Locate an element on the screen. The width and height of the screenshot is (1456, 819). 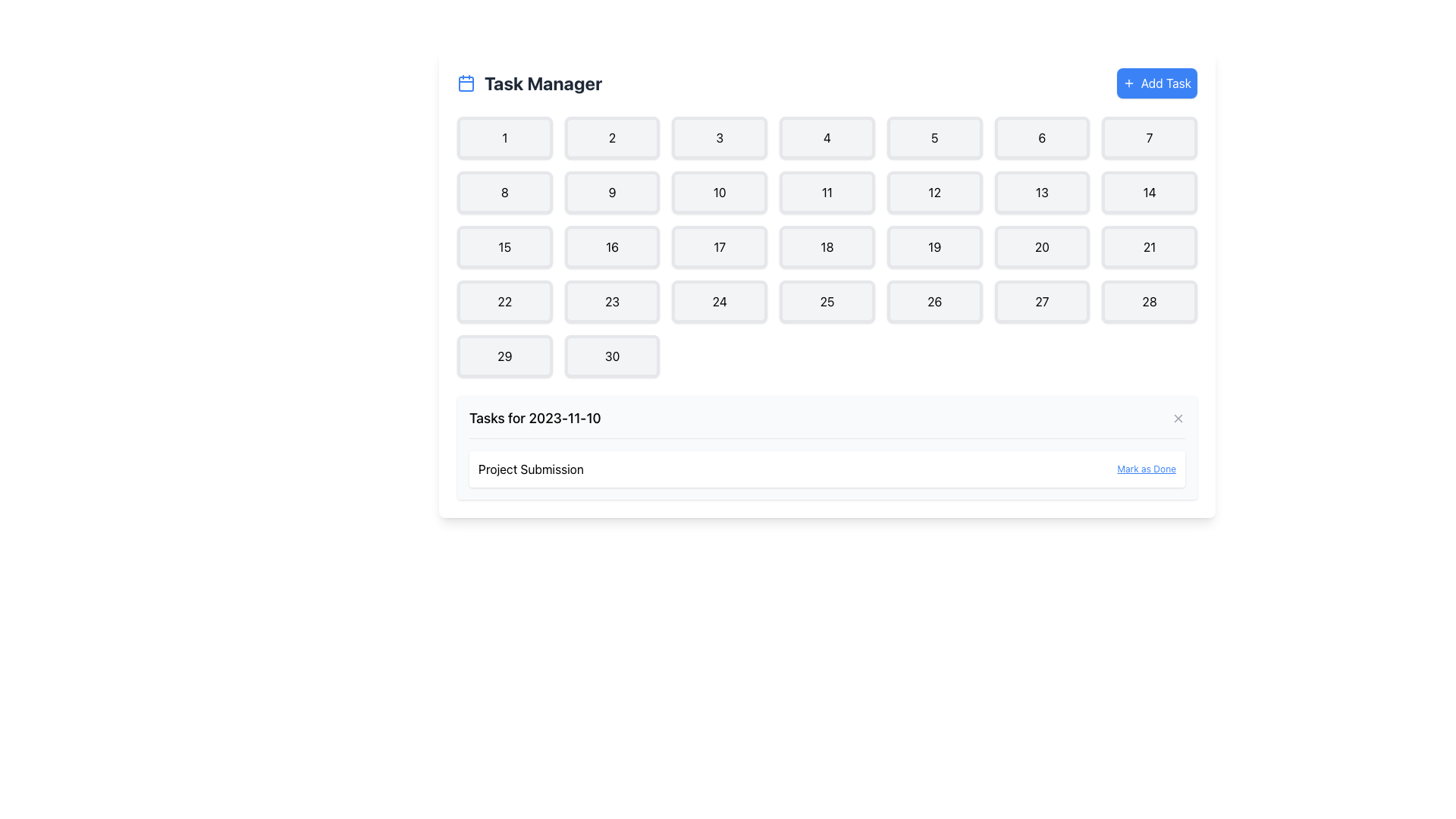
the calendar day button representing the date '27' is located at coordinates (1041, 301).